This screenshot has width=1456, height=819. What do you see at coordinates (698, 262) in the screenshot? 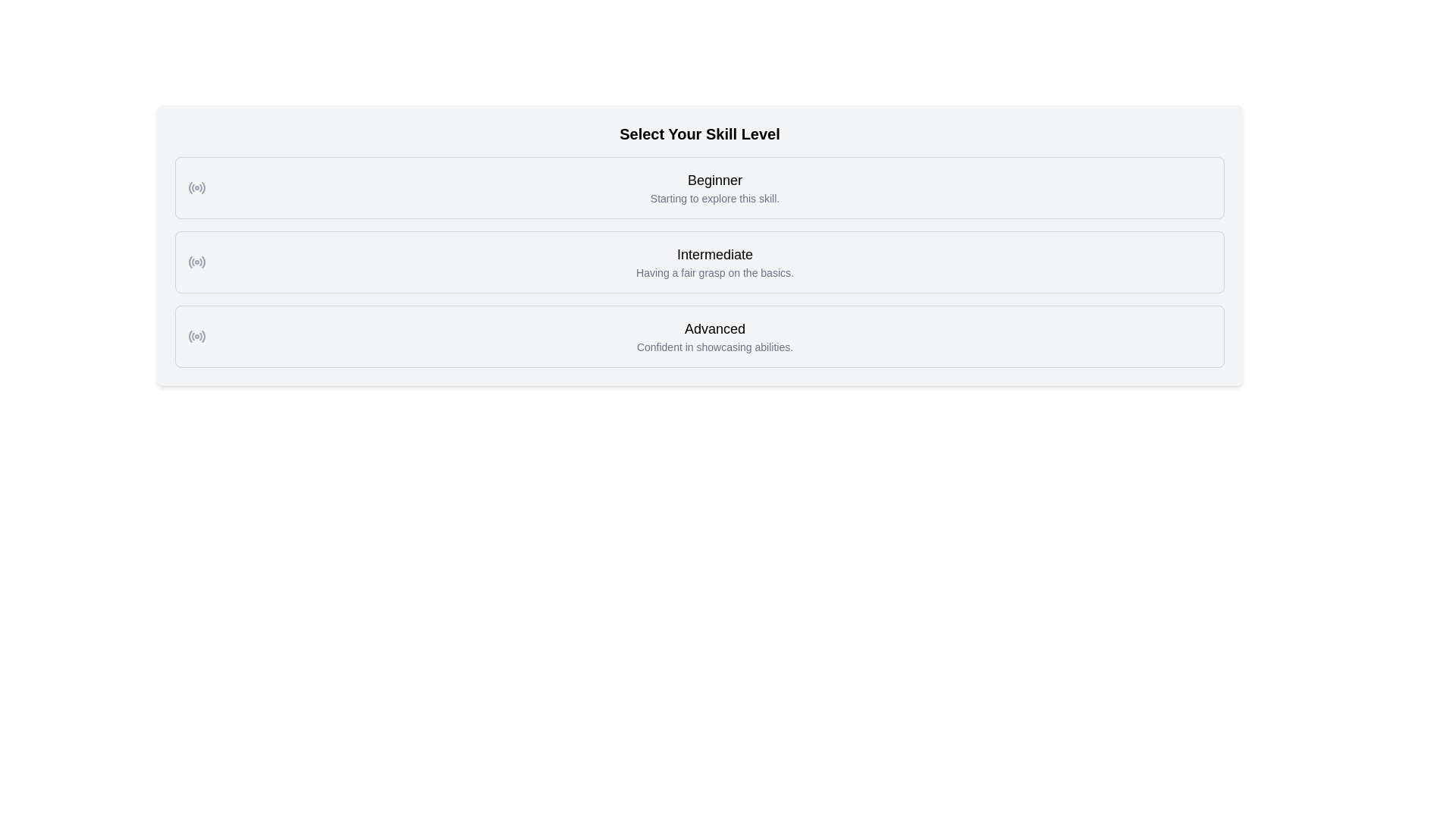
I see `the 'Intermediate' option selector box, which contains bold text reading 'Intermediate' and is located between the 'Beginner' and 'Advanced' options` at bounding box center [698, 262].